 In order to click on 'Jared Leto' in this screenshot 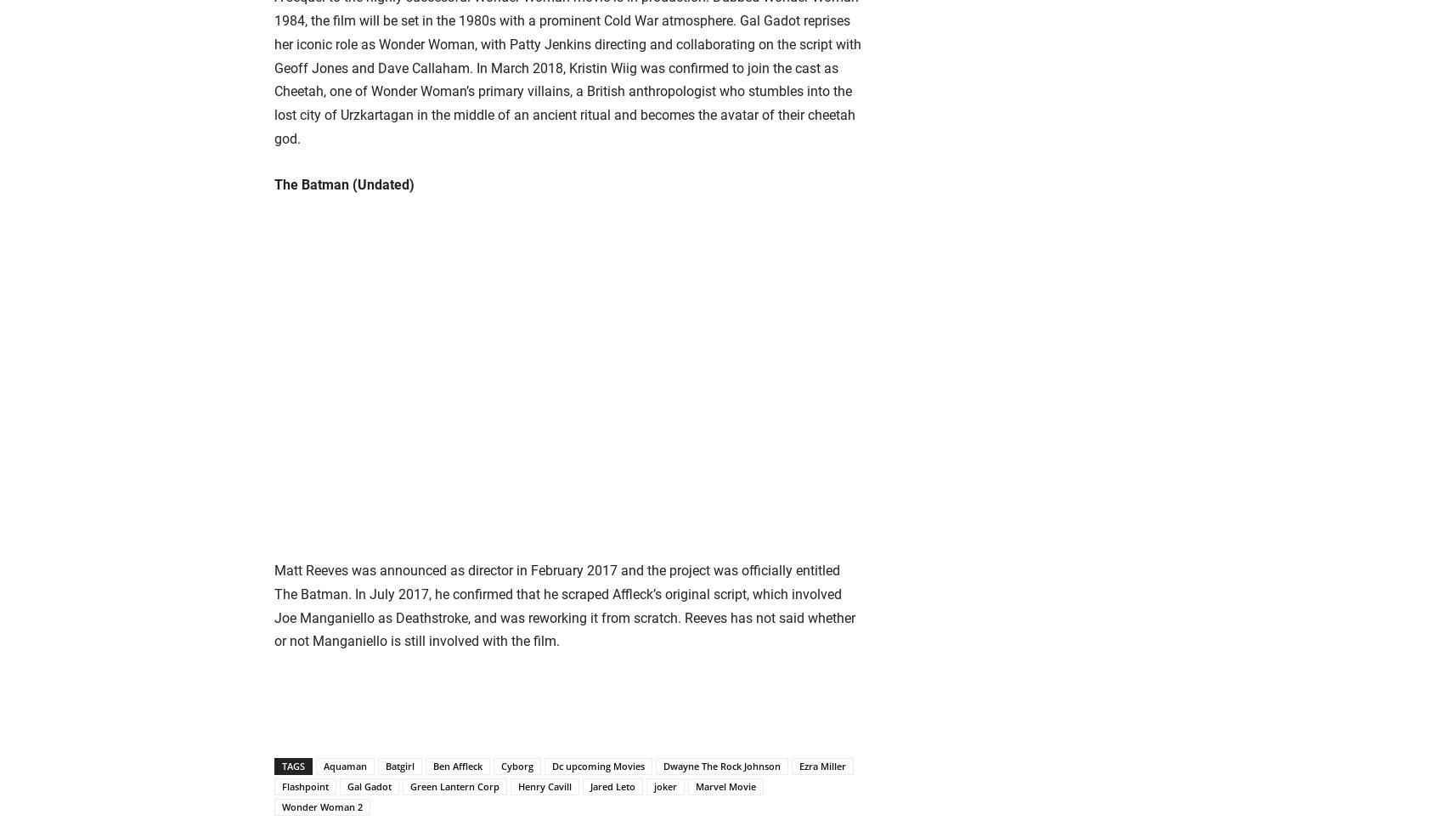, I will do `click(590, 785)`.